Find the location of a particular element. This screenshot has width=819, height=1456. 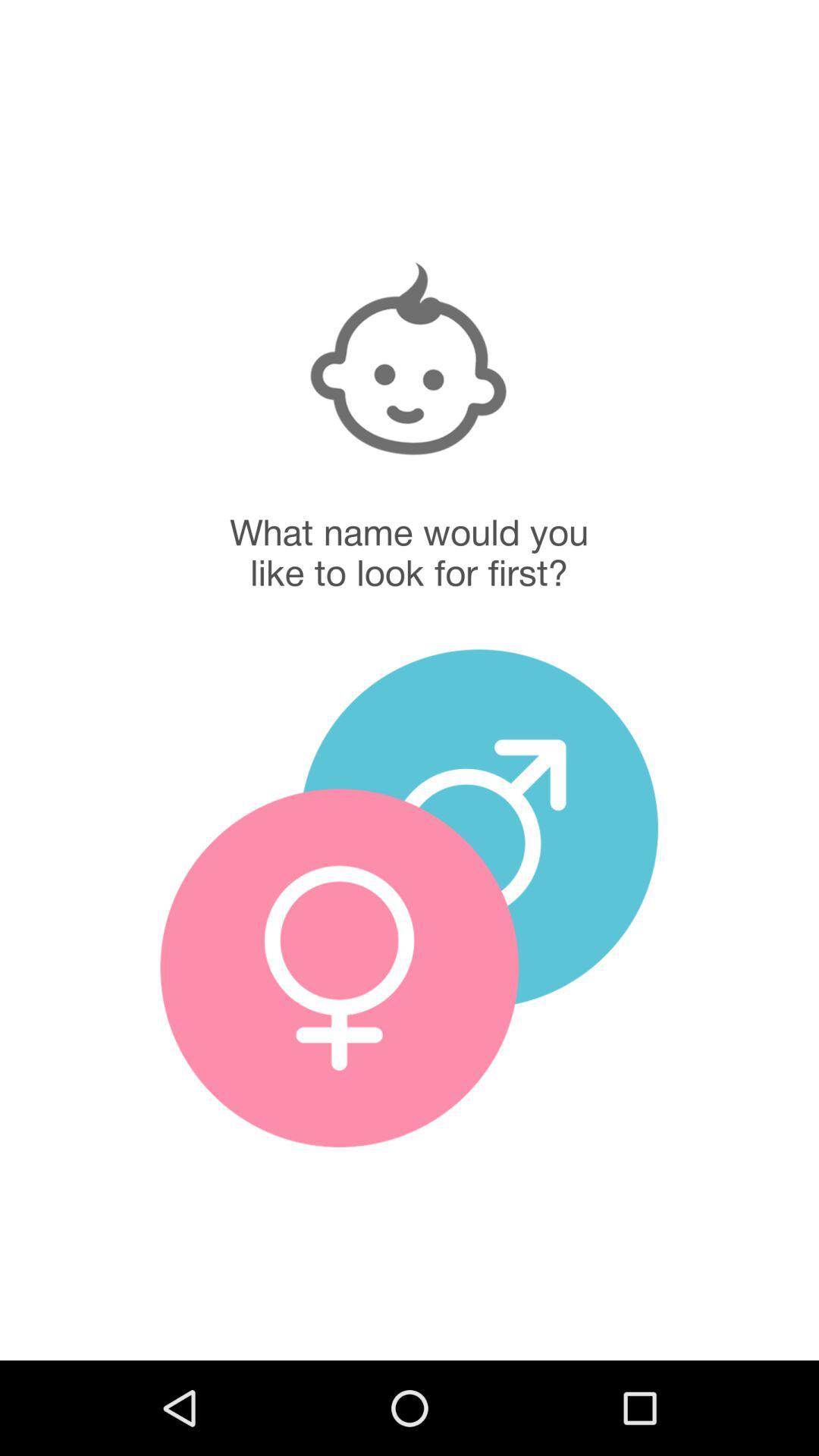

female gender is located at coordinates (338, 967).